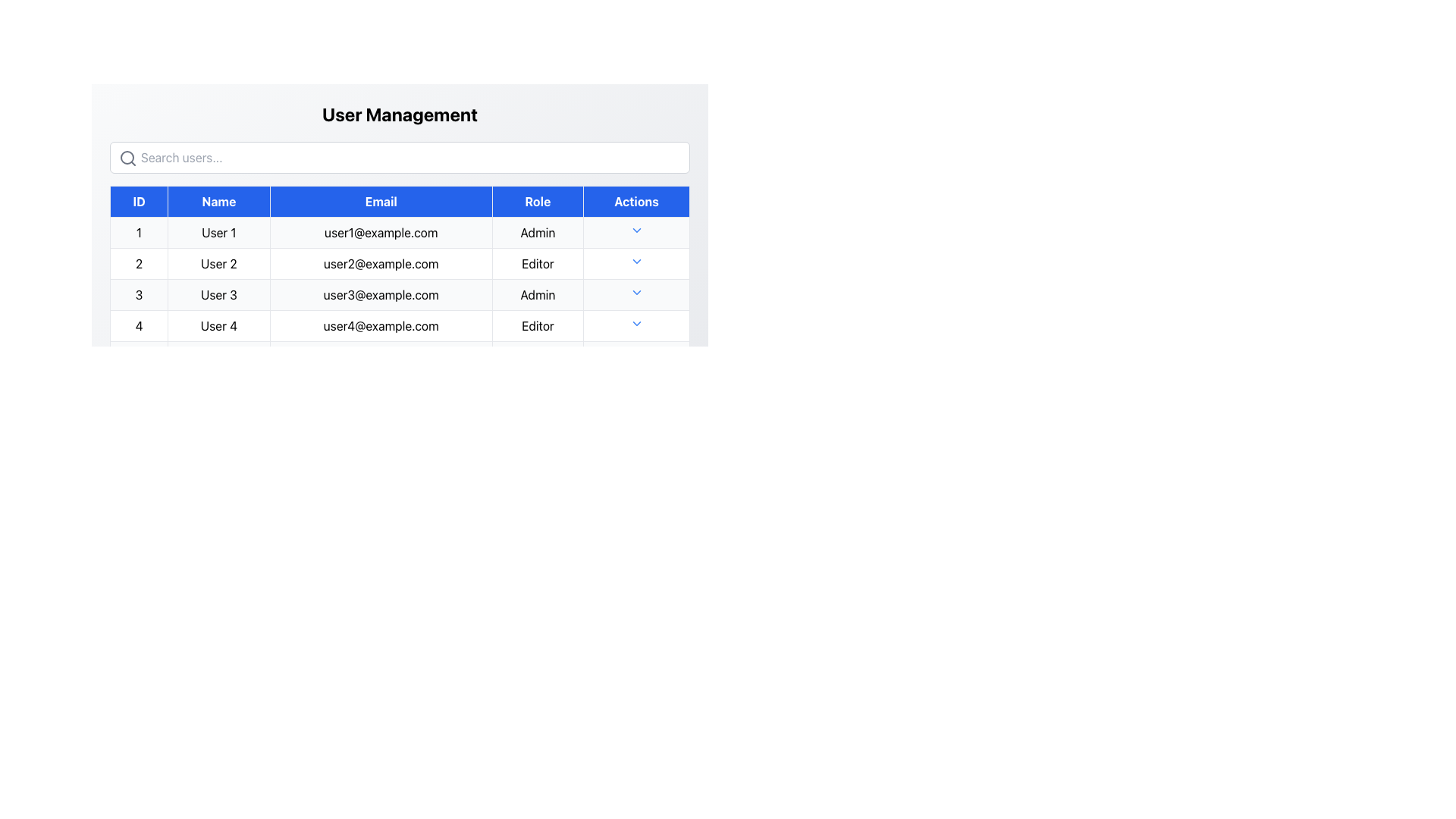 The width and height of the screenshot is (1456, 819). I want to click on the downward-facing blue chevron icon in the 'Actions' column of the table corresponding to 'User 2', so click(636, 262).